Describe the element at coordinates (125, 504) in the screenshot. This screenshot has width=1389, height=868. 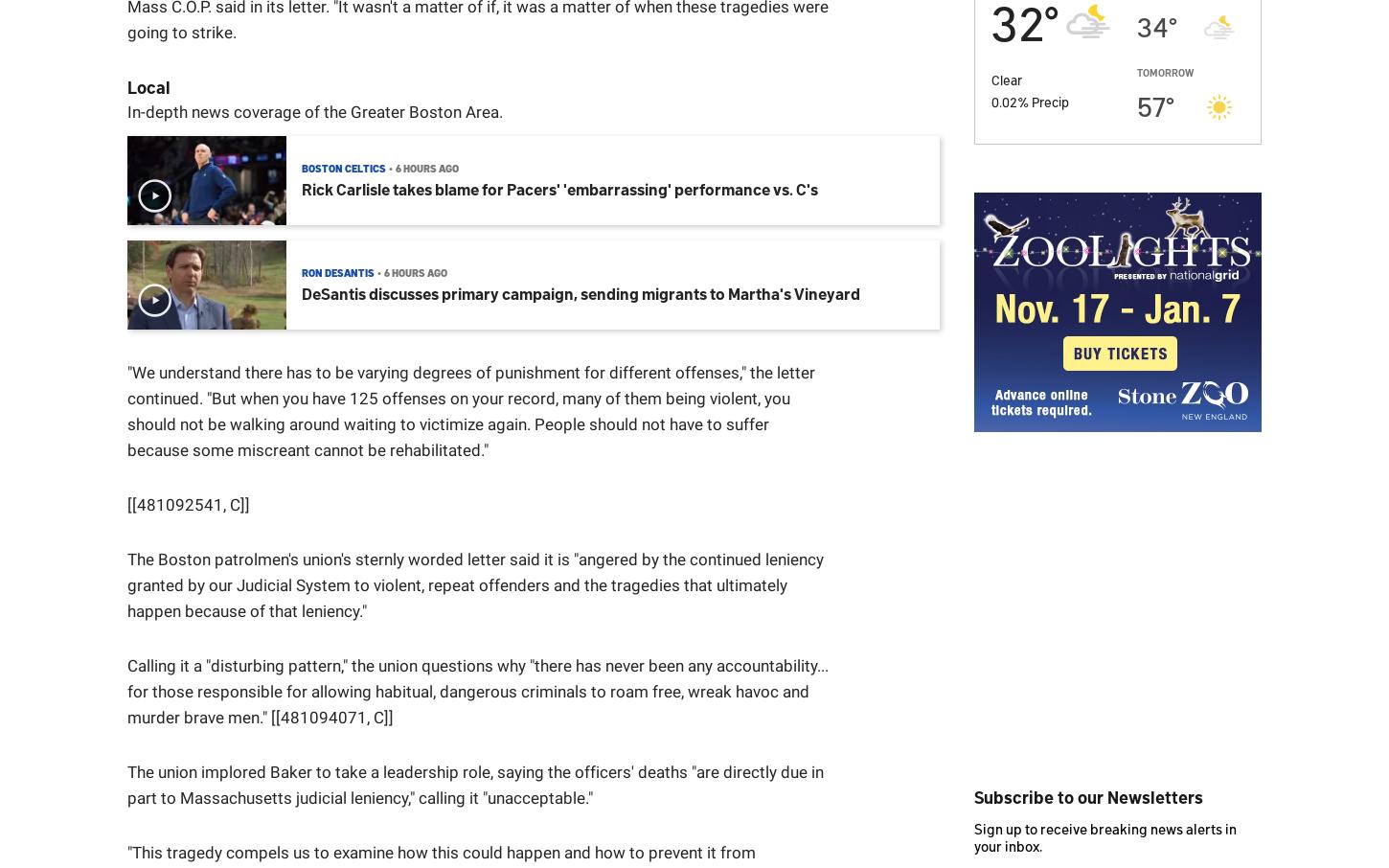
I see `'[[481092541, C]]'` at that location.